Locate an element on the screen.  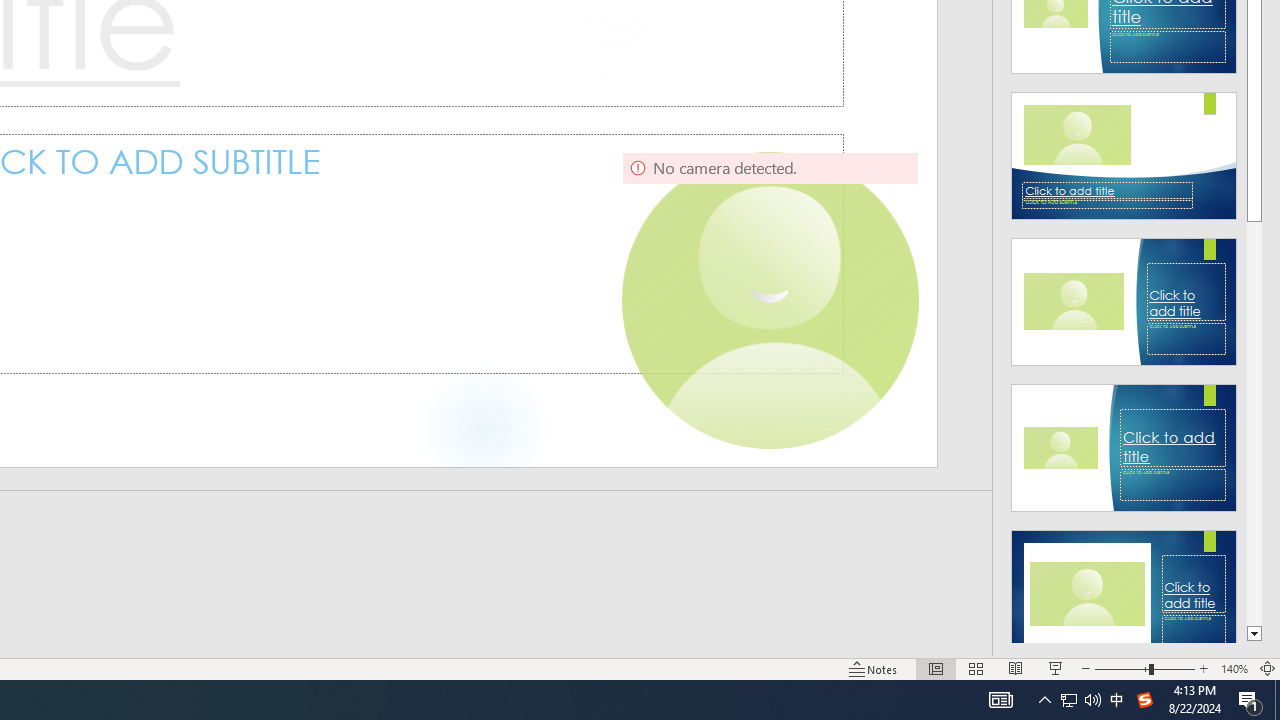
'Zoom 140%' is located at coordinates (1233, 669).